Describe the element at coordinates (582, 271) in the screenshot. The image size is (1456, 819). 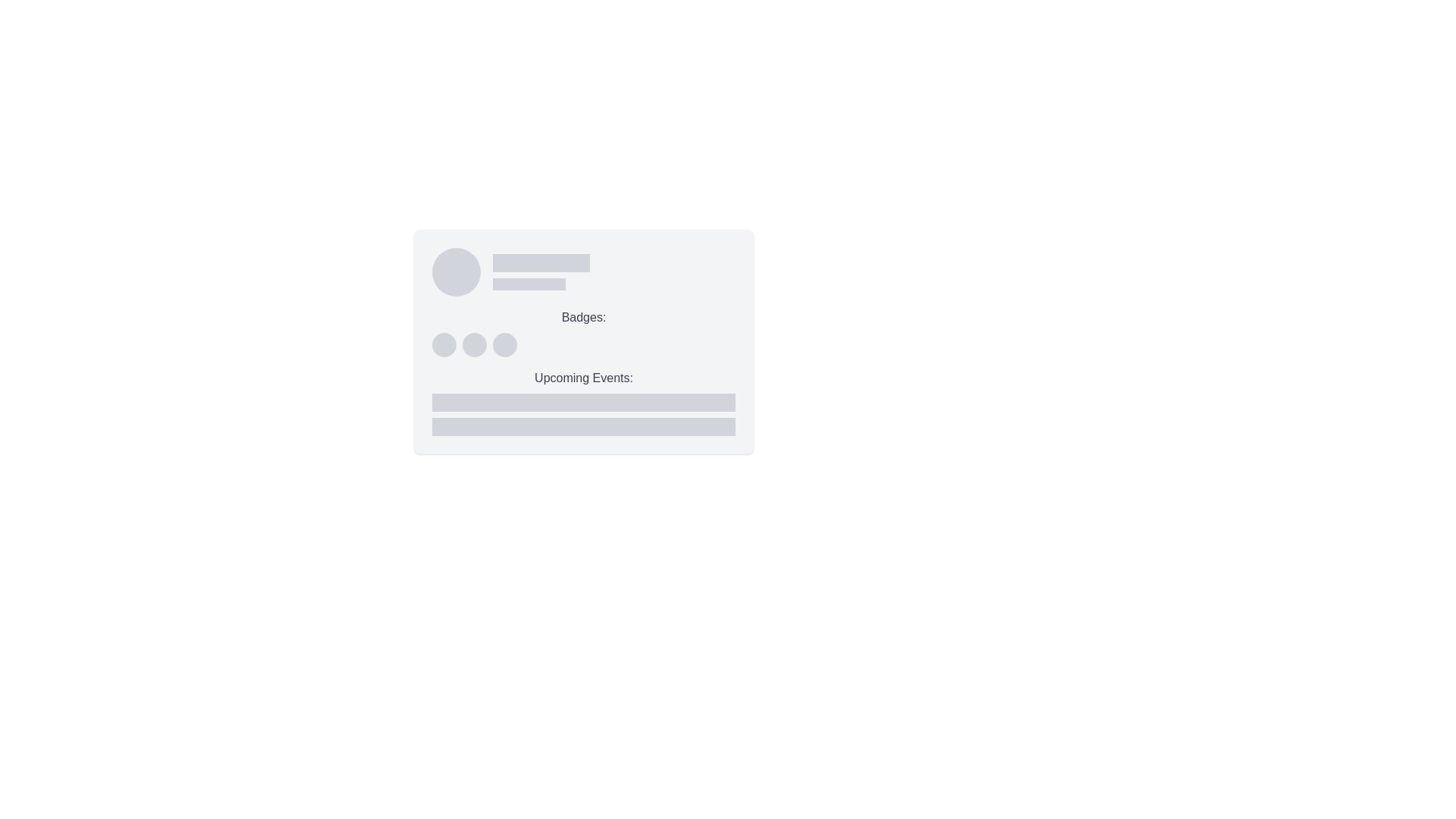
I see `the composite layout consisting of a circular gray image and two rectangular gray bars, located in the 'Badges: Upcoming Events:' section near the top-left corner of the panel` at that location.